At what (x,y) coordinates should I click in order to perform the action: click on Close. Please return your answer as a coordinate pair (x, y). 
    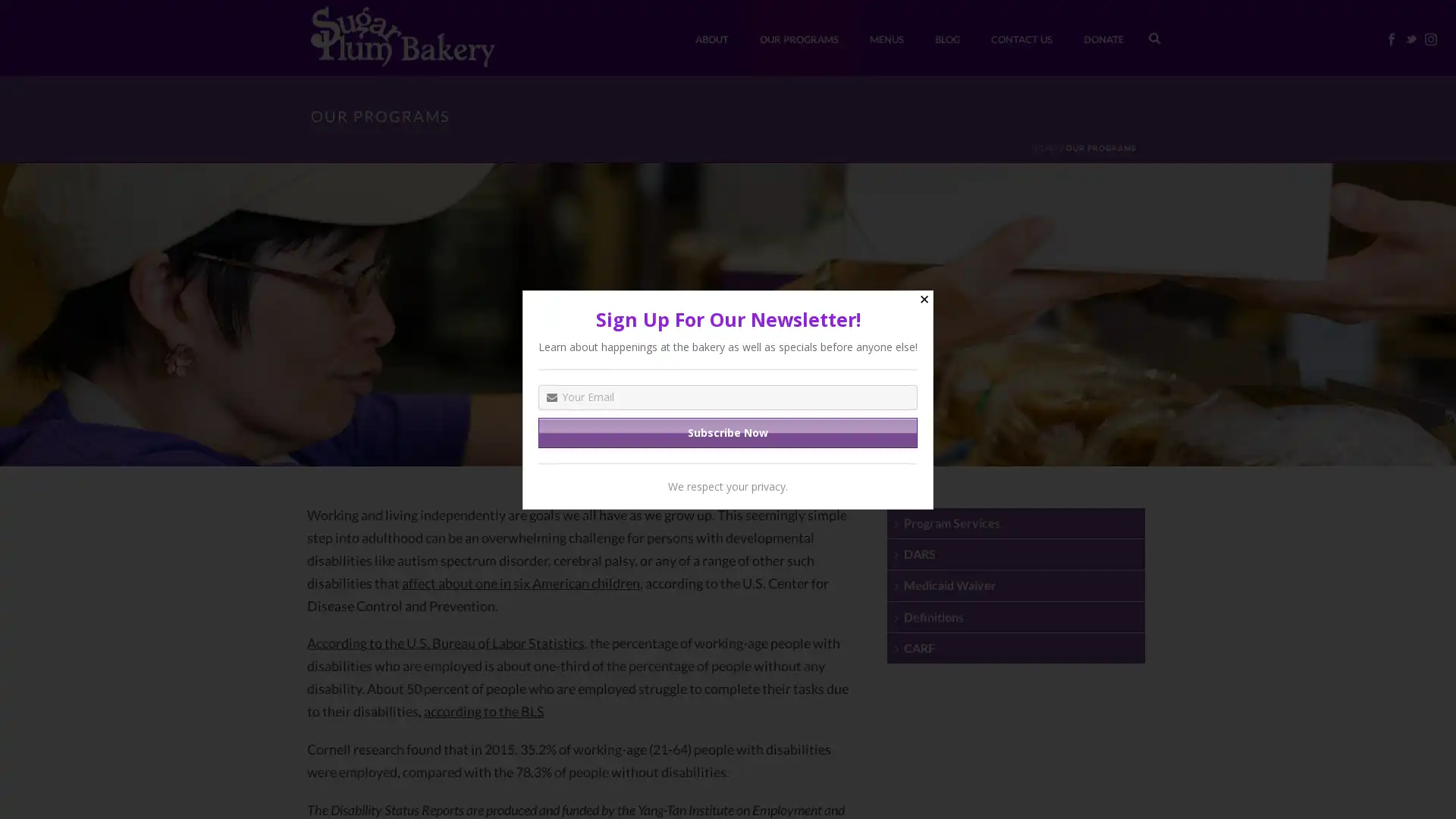
    Looking at the image, I should click on (923, 300).